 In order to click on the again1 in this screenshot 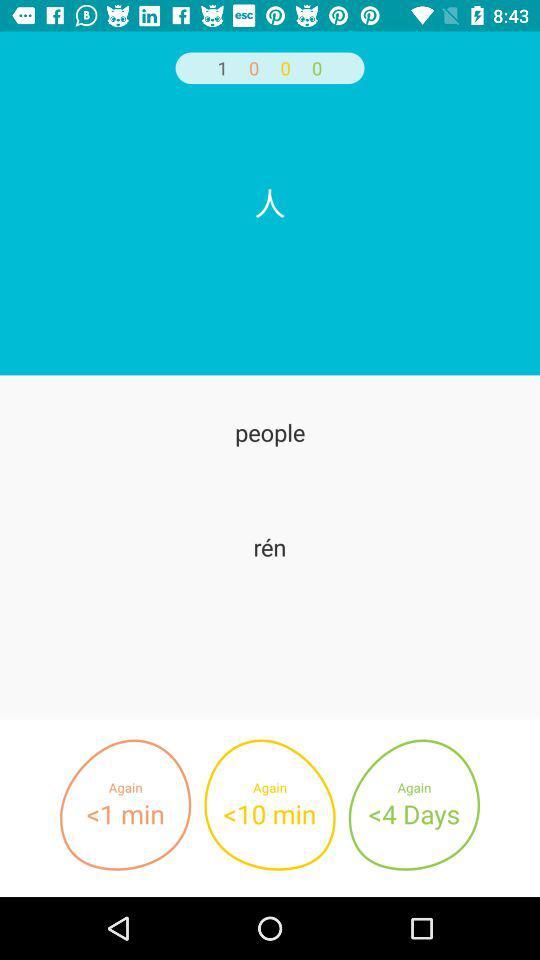, I will do `click(125, 805)`.